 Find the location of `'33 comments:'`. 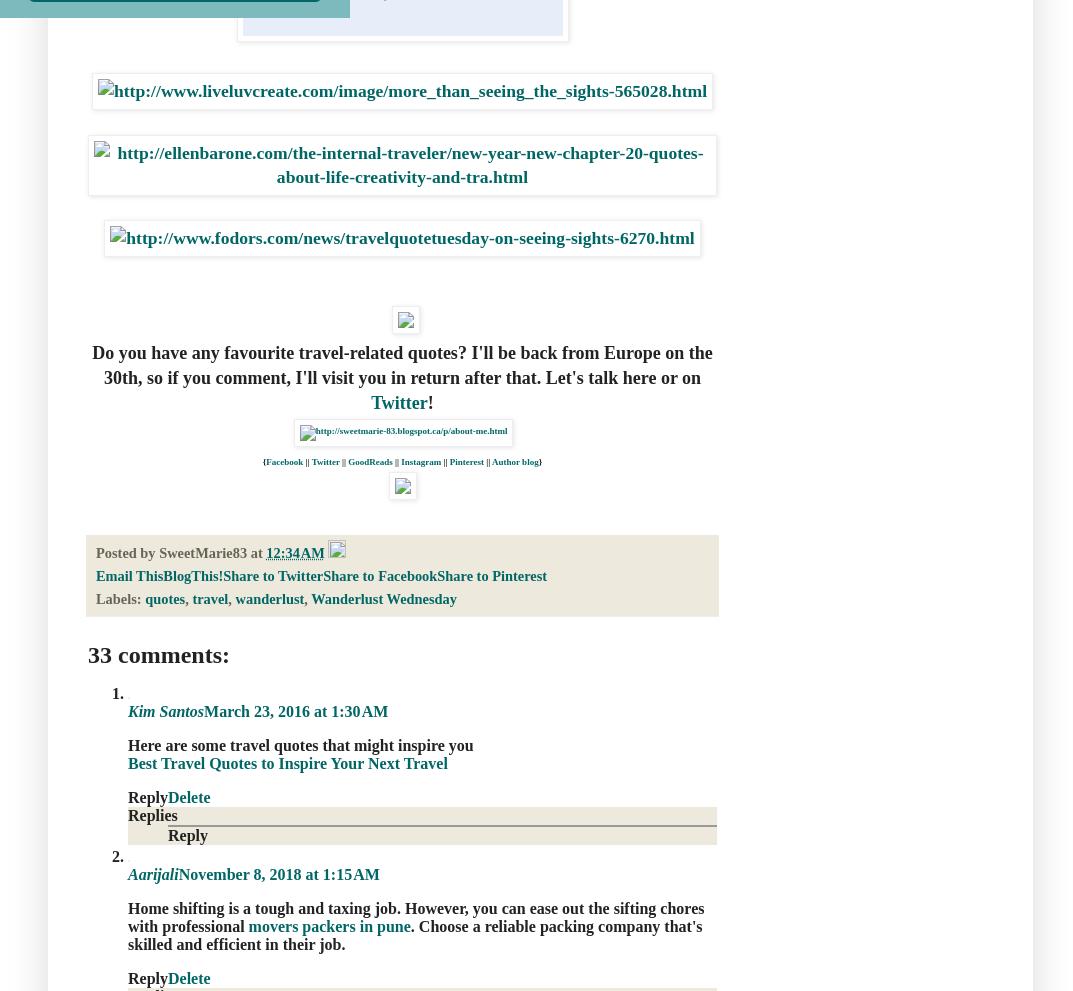

'33 comments:' is located at coordinates (157, 652).